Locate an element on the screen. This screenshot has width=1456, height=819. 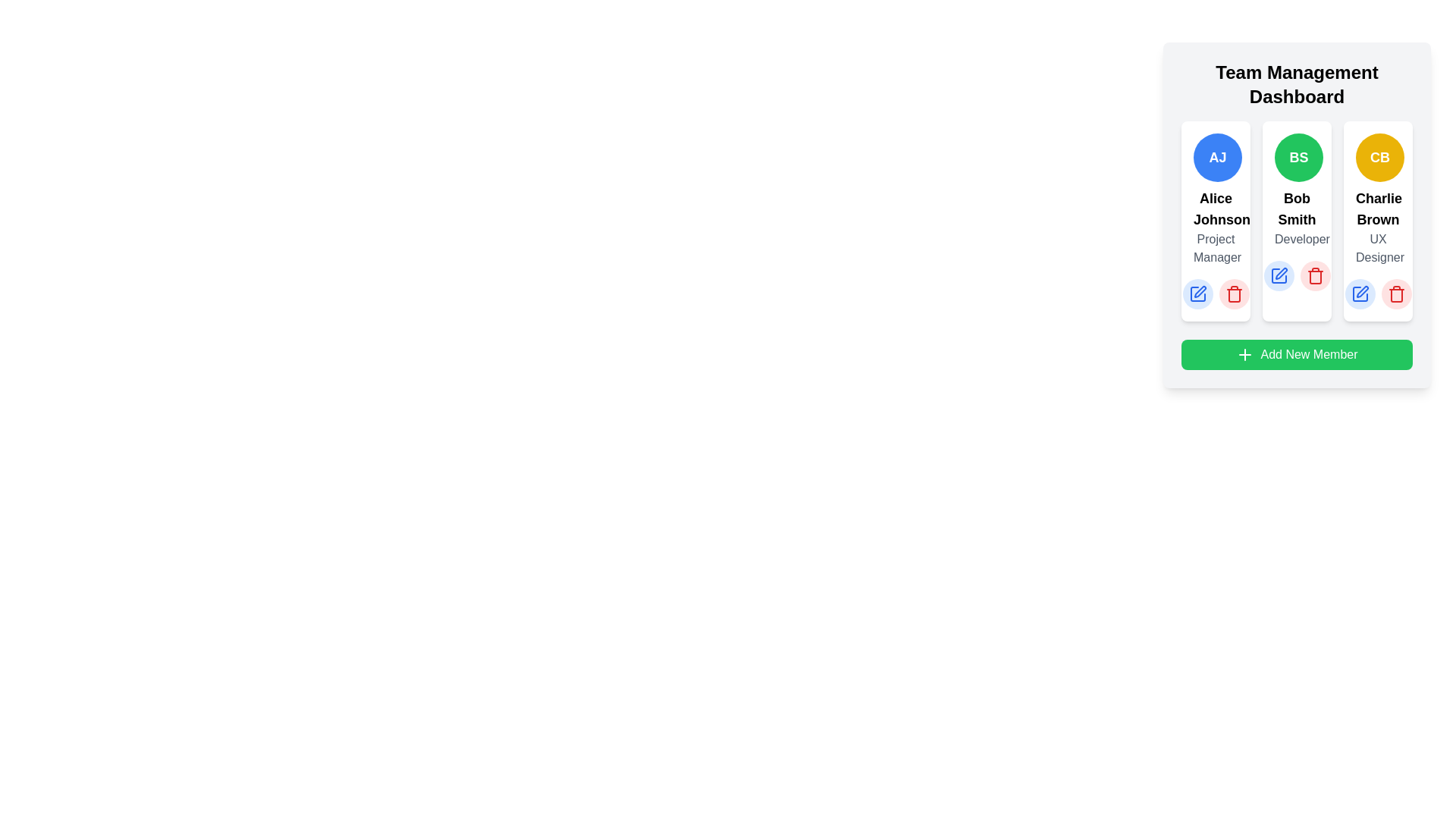
the static text label displaying 'Alice Johnson,' which is styled with a bold font and located beneath the circular blue icon with initials 'AJ.' is located at coordinates (1216, 209).